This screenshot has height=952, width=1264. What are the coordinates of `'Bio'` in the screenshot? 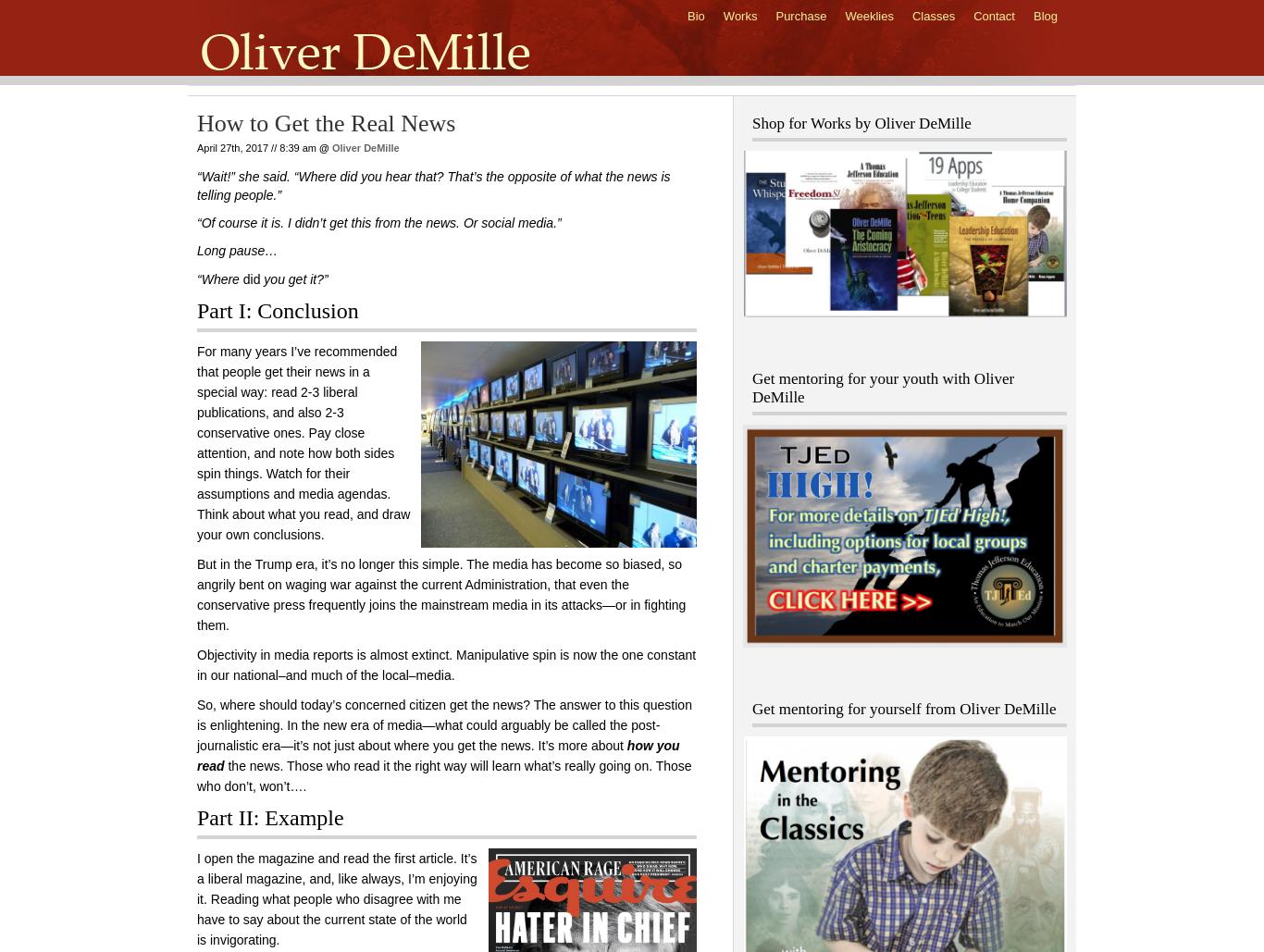 It's located at (695, 16).